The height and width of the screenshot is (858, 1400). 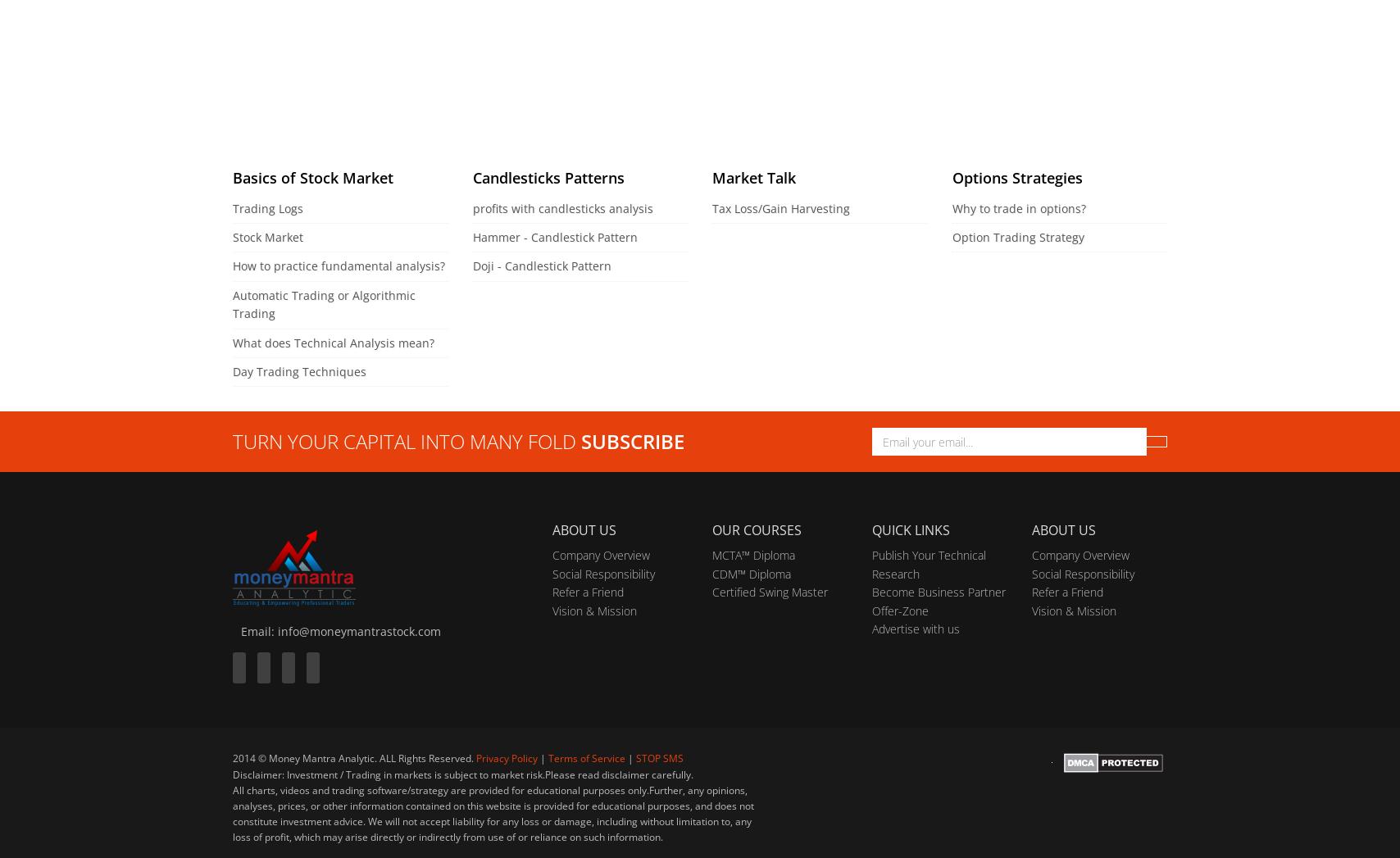 What do you see at coordinates (240, 630) in the screenshot?
I see `'Email: info@moneymantrastock.com'` at bounding box center [240, 630].